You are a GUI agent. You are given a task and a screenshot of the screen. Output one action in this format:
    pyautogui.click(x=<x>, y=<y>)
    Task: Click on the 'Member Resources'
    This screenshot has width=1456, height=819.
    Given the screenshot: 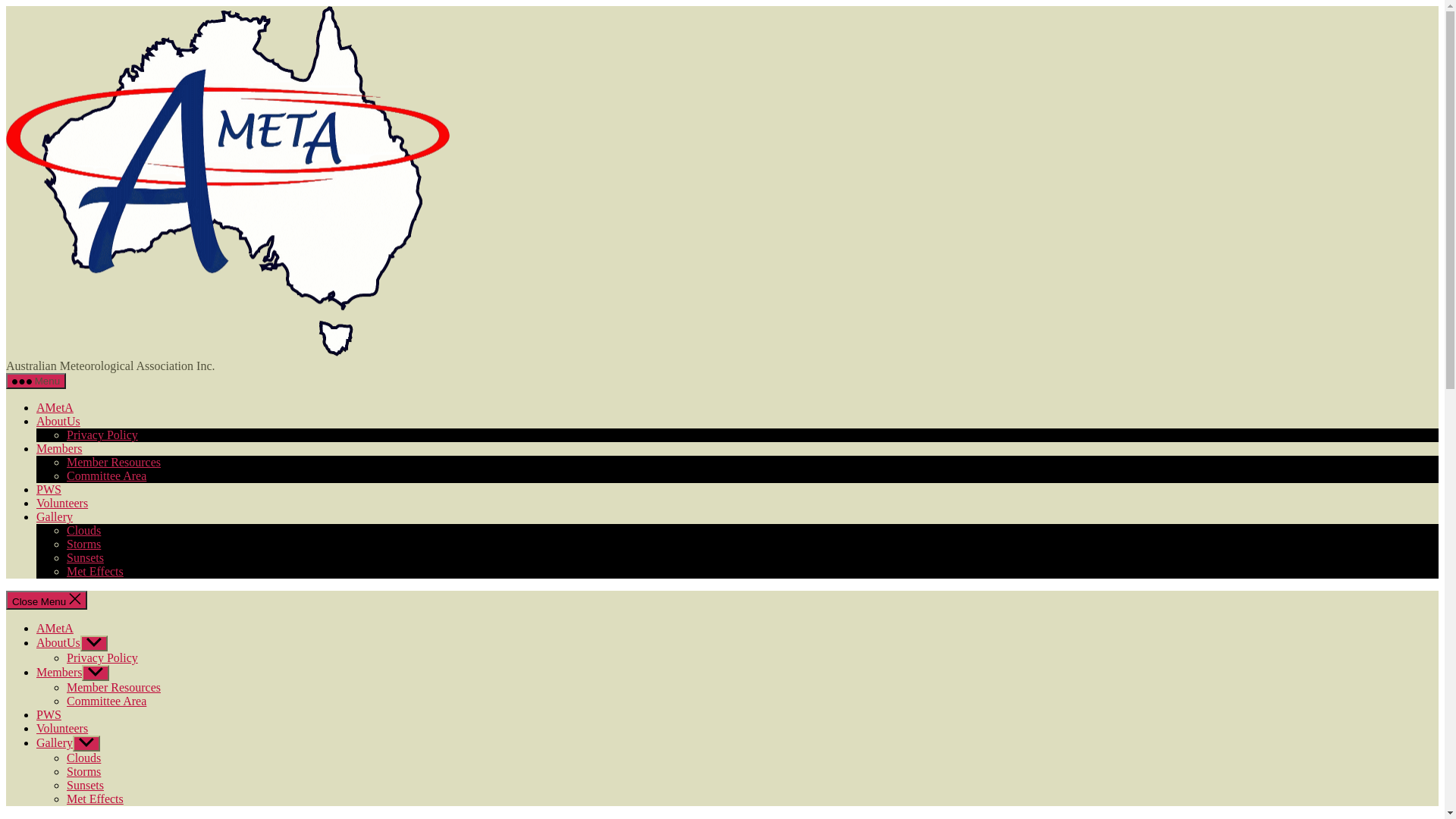 What is the action you would take?
    pyautogui.click(x=65, y=461)
    